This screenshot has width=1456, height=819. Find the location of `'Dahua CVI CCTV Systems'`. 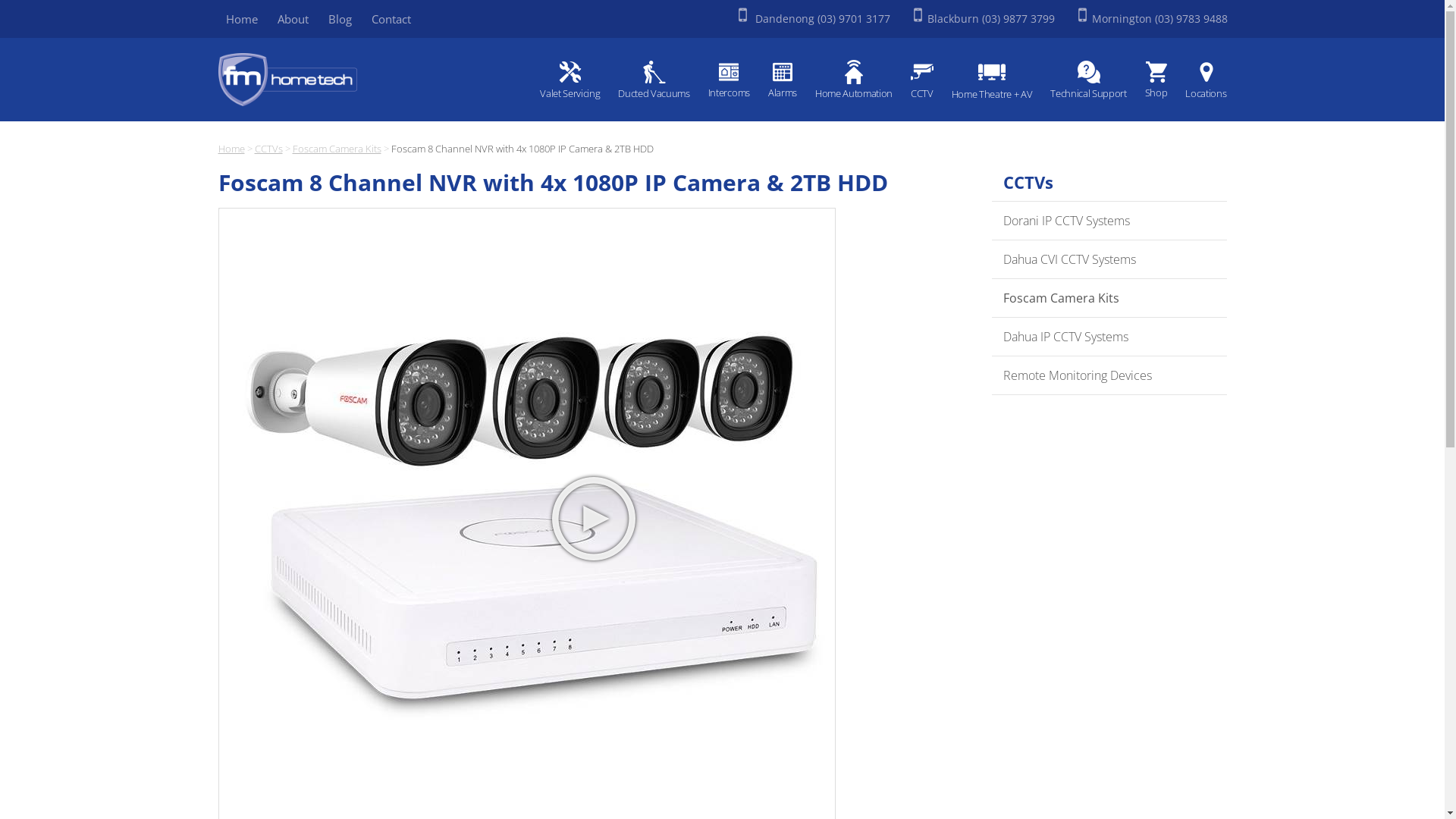

'Dahua CVI CCTV Systems' is located at coordinates (1109, 259).